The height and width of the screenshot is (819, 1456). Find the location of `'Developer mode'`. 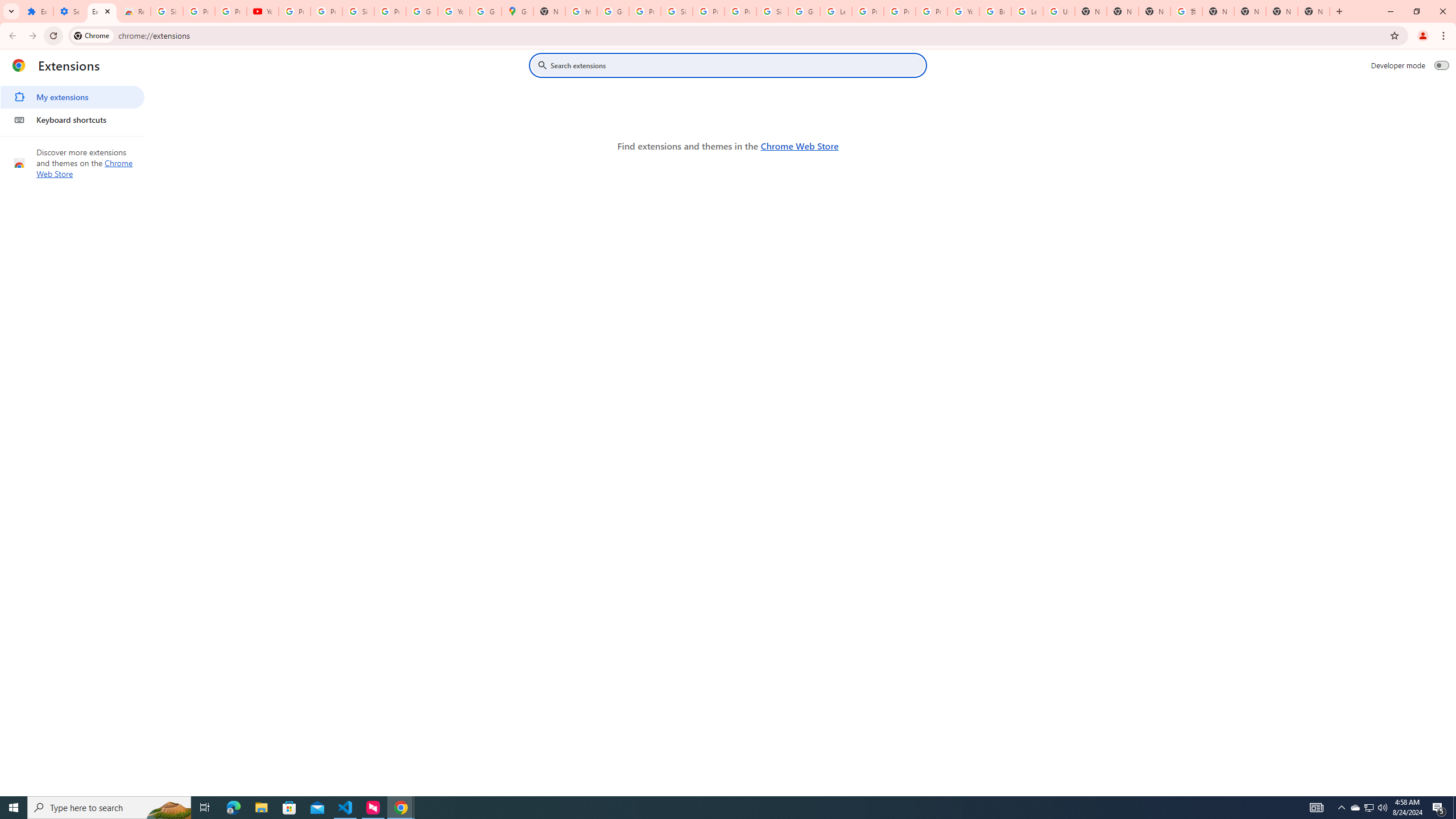

'Developer mode' is located at coordinates (1442, 65).